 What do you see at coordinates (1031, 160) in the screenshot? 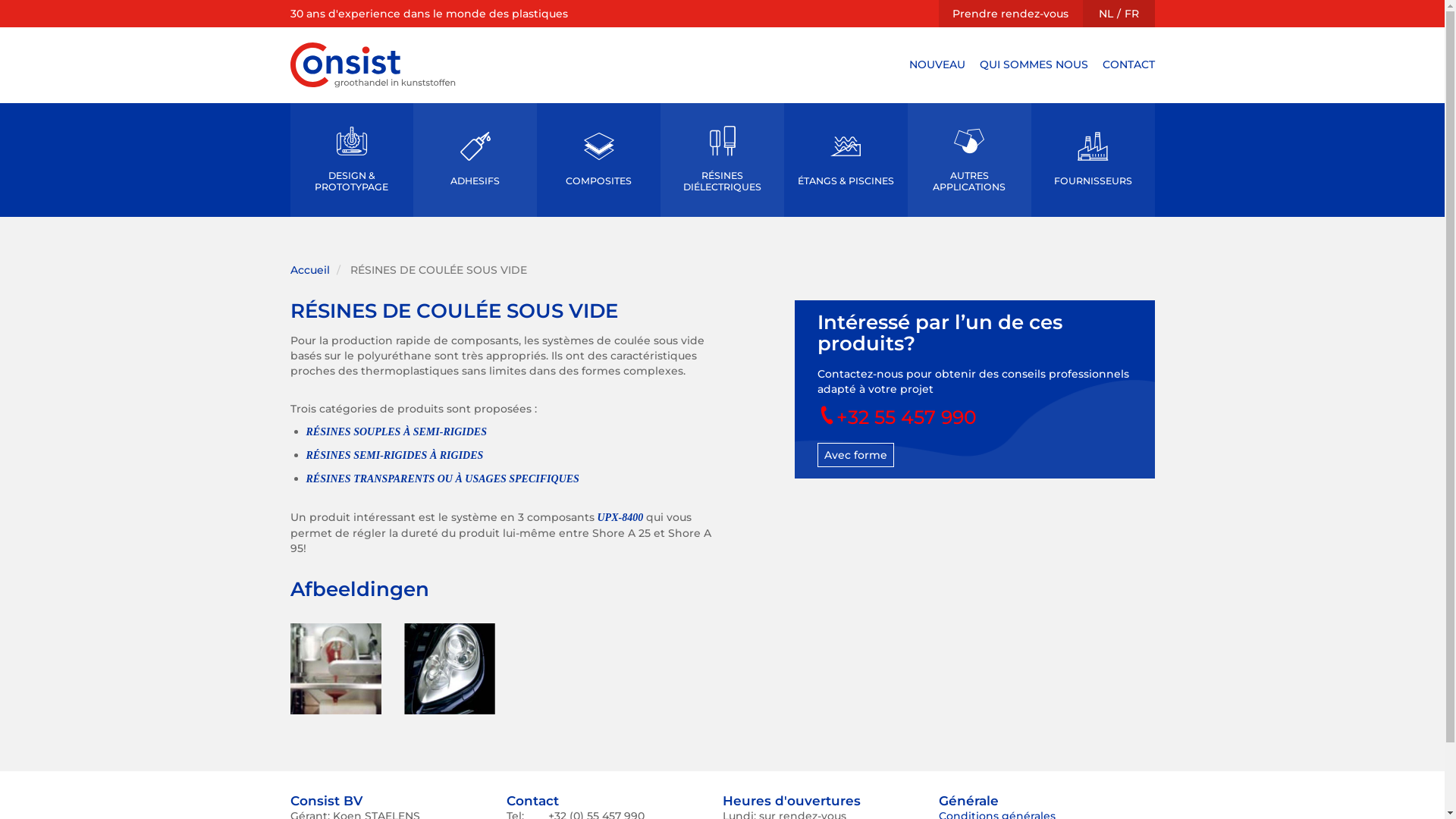
I see `'FOURNISSEURS'` at bounding box center [1031, 160].